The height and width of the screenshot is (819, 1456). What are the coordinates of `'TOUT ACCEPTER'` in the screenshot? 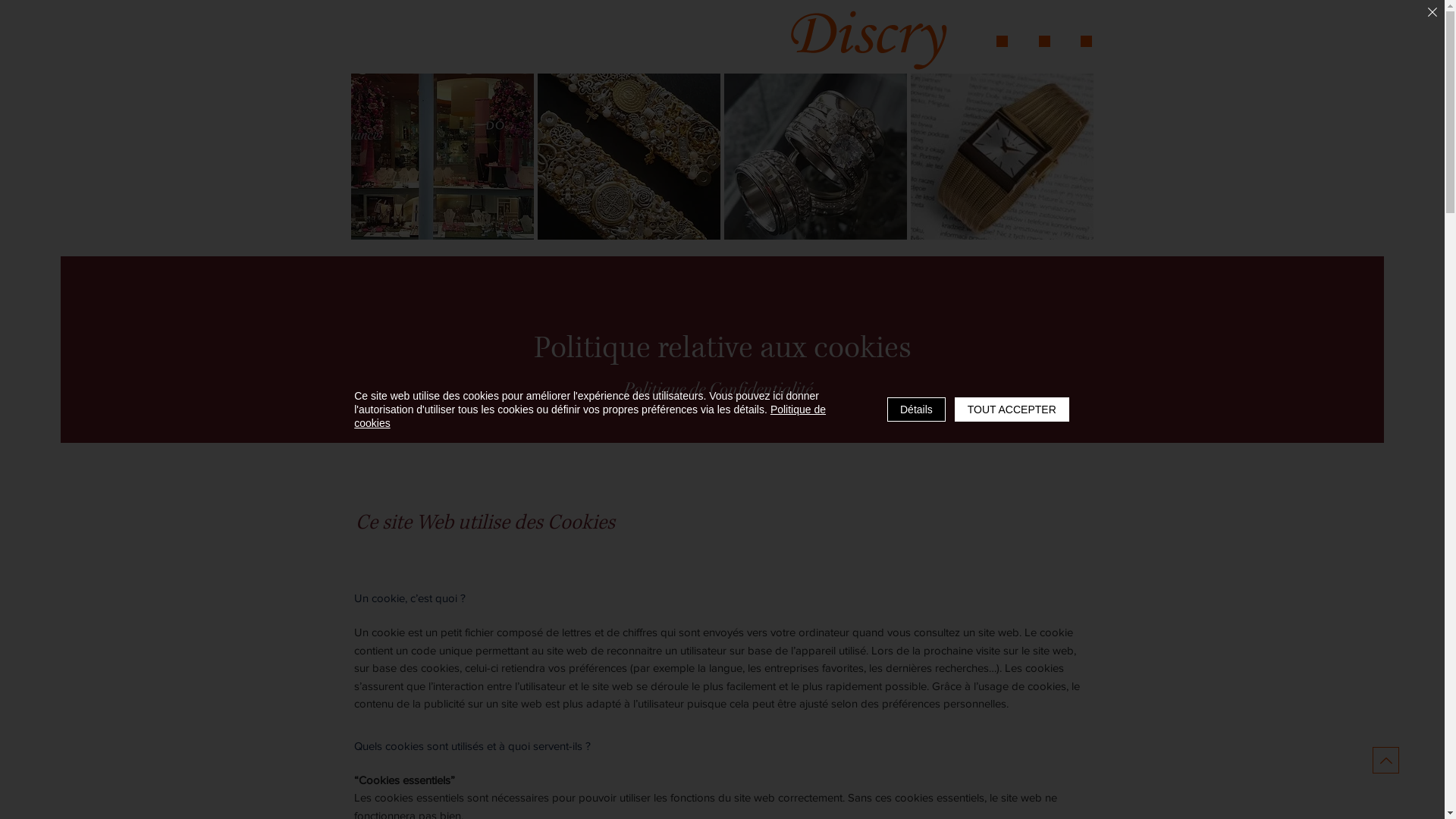 It's located at (953, 409).